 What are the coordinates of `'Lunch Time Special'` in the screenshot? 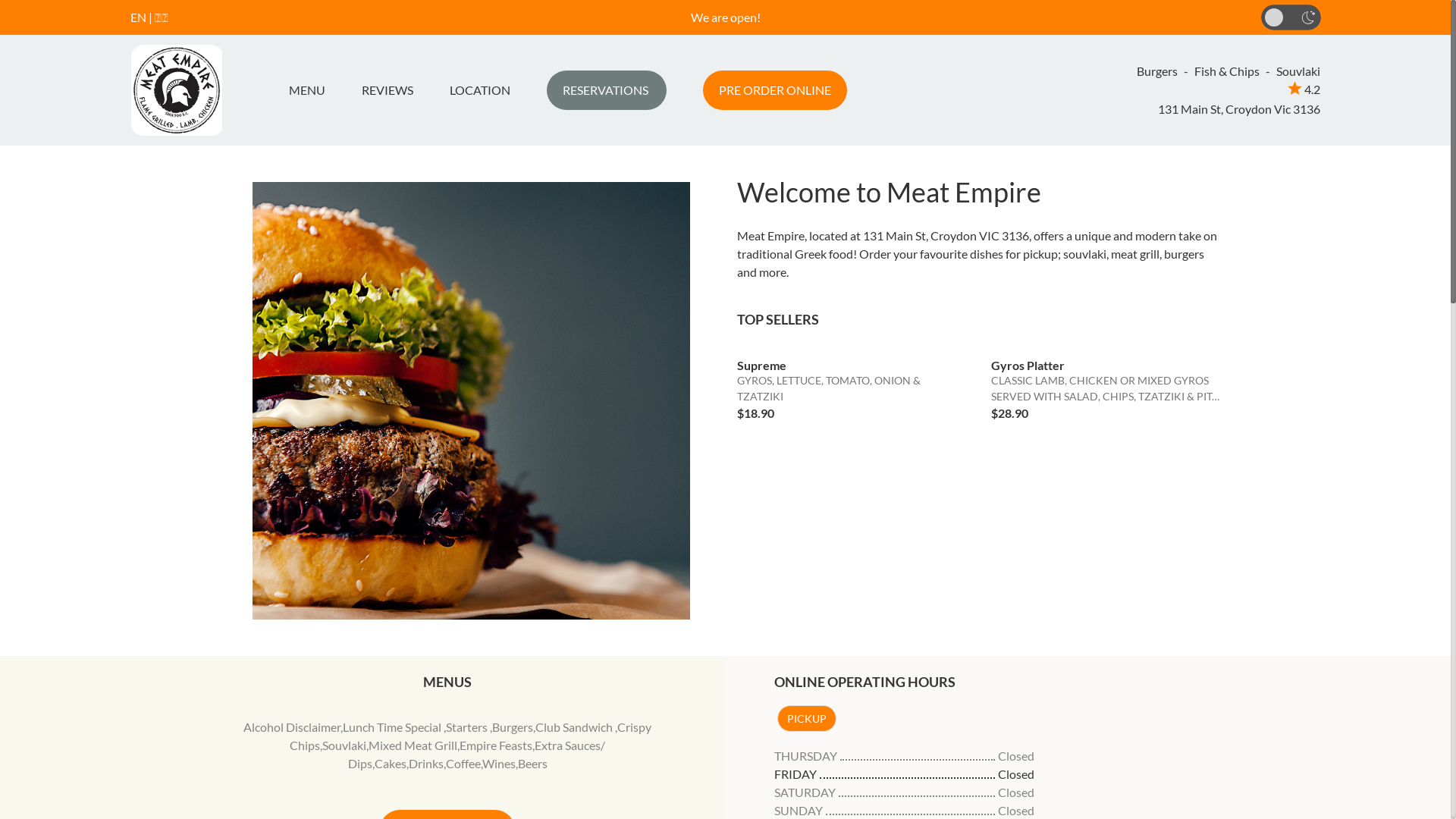 It's located at (341, 726).